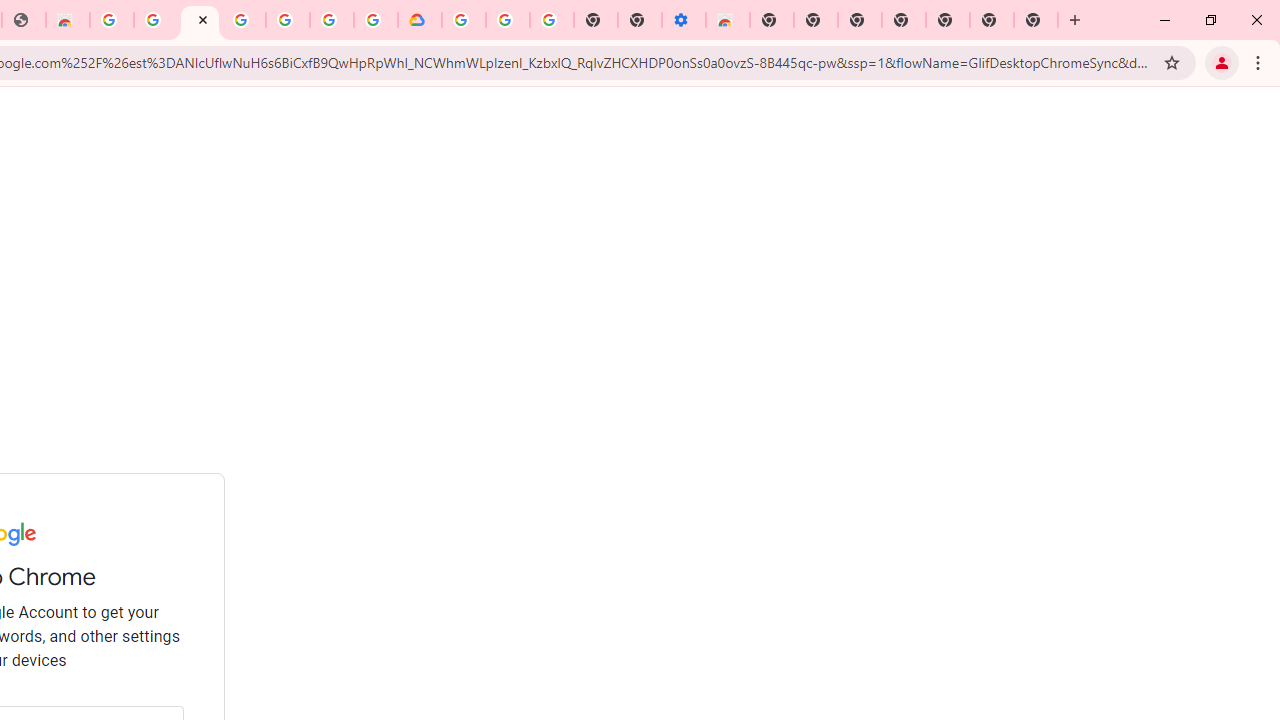  What do you see at coordinates (727, 20) in the screenshot?
I see `'Chrome Web Store - Accessibility extensions'` at bounding box center [727, 20].